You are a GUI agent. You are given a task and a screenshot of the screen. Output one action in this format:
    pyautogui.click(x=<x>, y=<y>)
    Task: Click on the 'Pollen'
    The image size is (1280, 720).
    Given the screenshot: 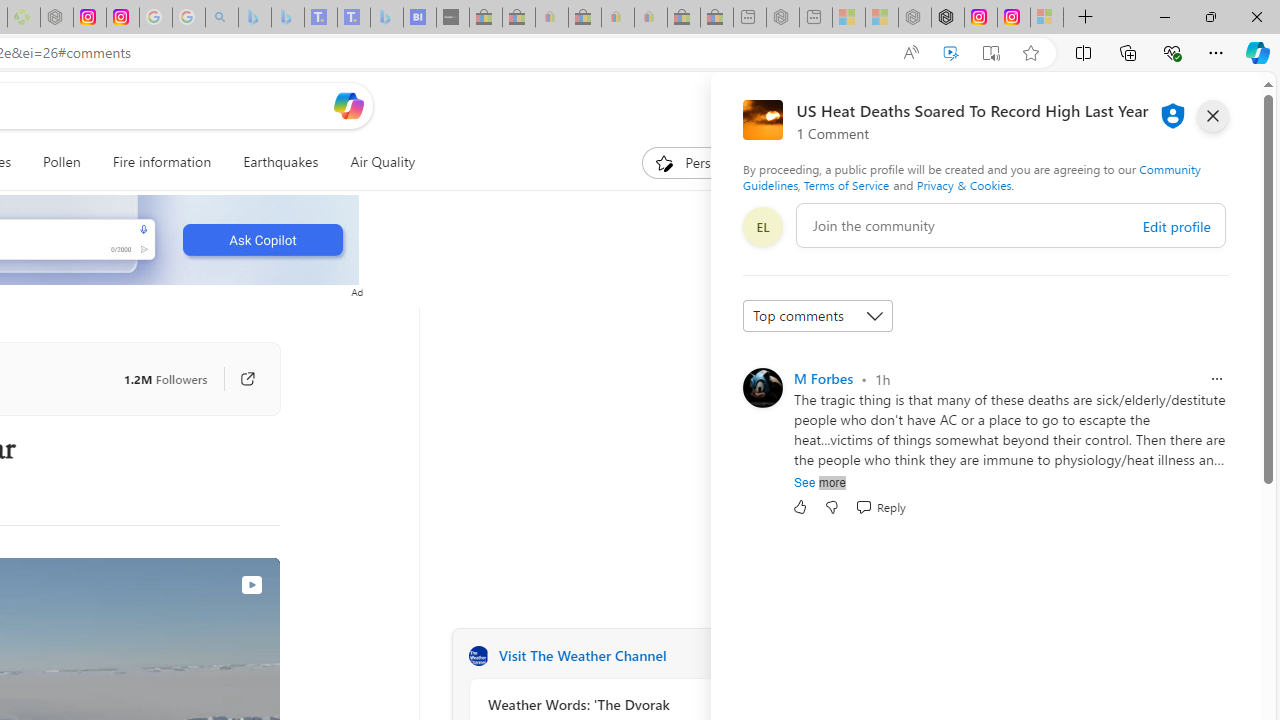 What is the action you would take?
    pyautogui.click(x=62, y=162)
    